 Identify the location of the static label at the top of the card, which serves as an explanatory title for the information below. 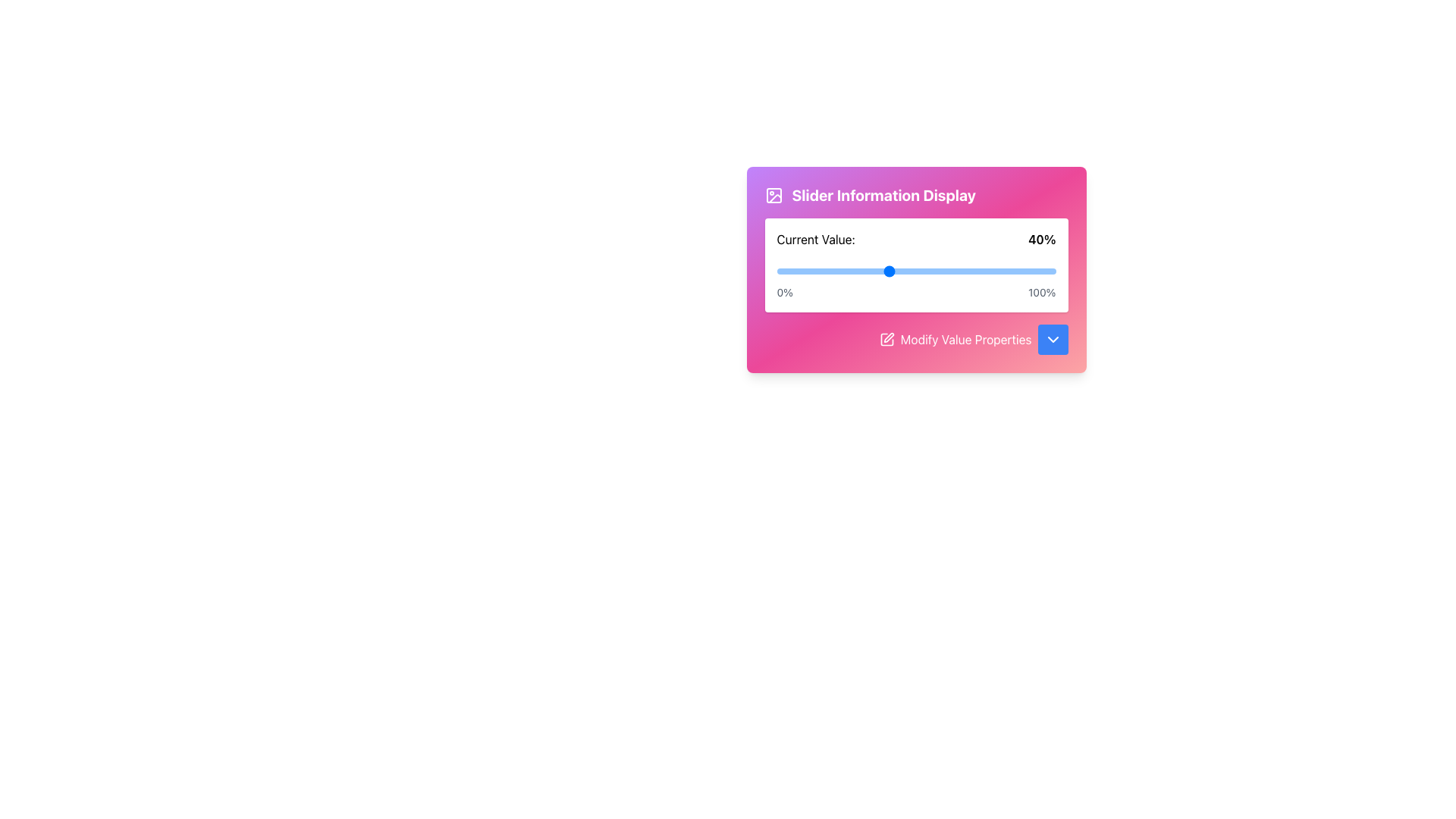
(915, 195).